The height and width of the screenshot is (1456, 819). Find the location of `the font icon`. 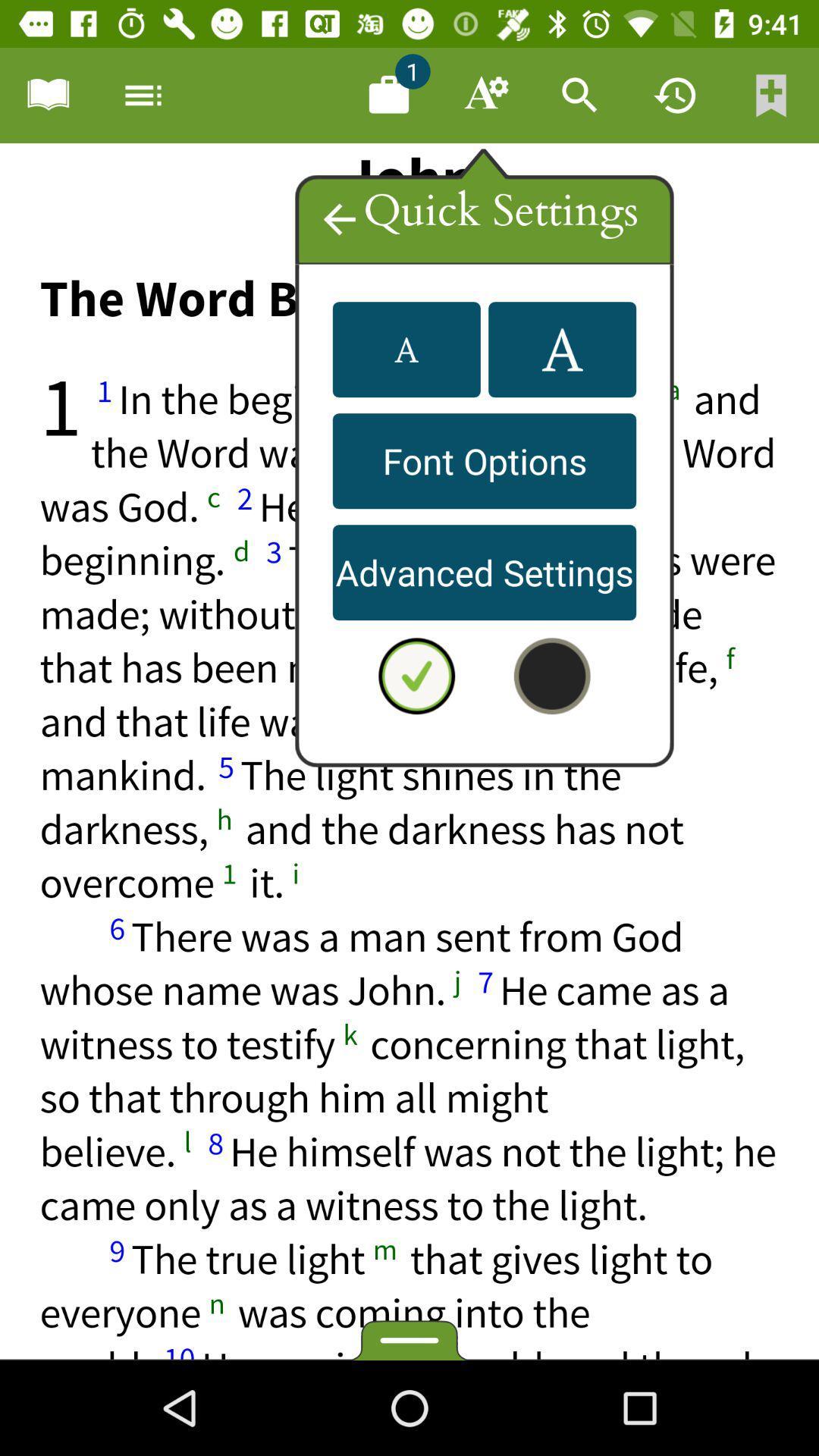

the font icon is located at coordinates (406, 349).